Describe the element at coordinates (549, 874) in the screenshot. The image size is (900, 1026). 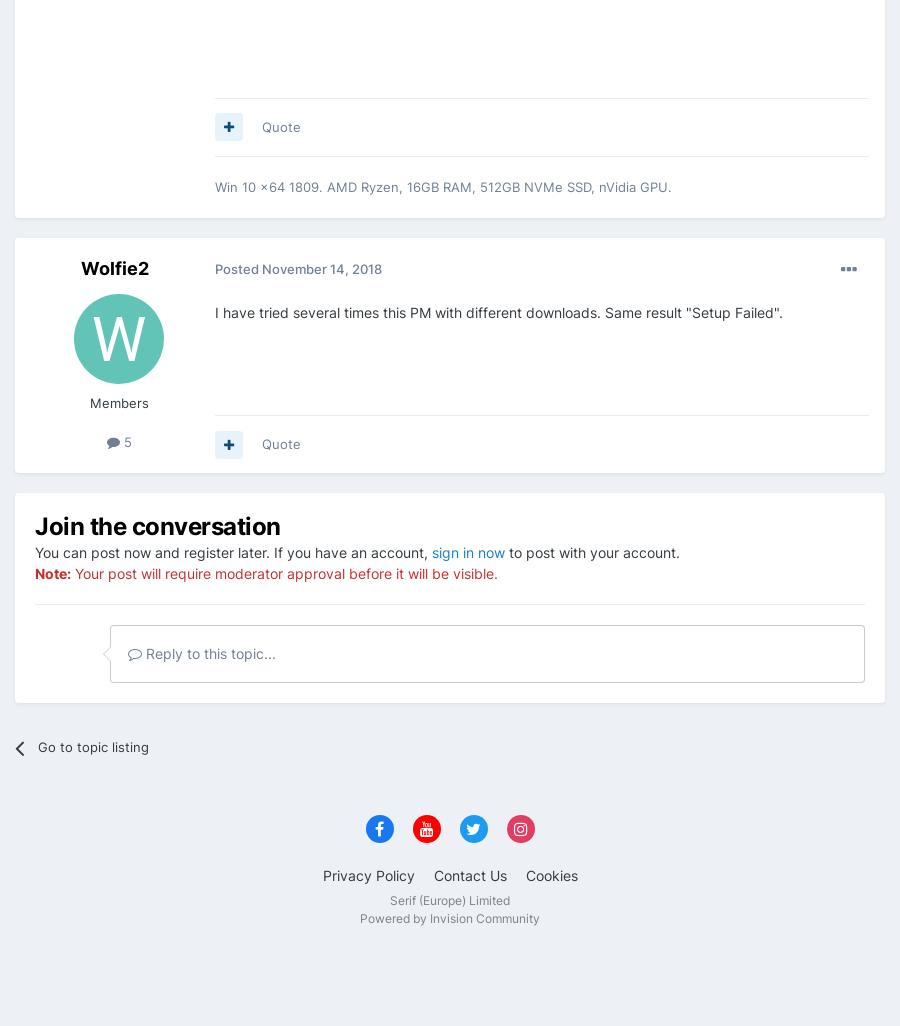
I see `'Cookies'` at that location.